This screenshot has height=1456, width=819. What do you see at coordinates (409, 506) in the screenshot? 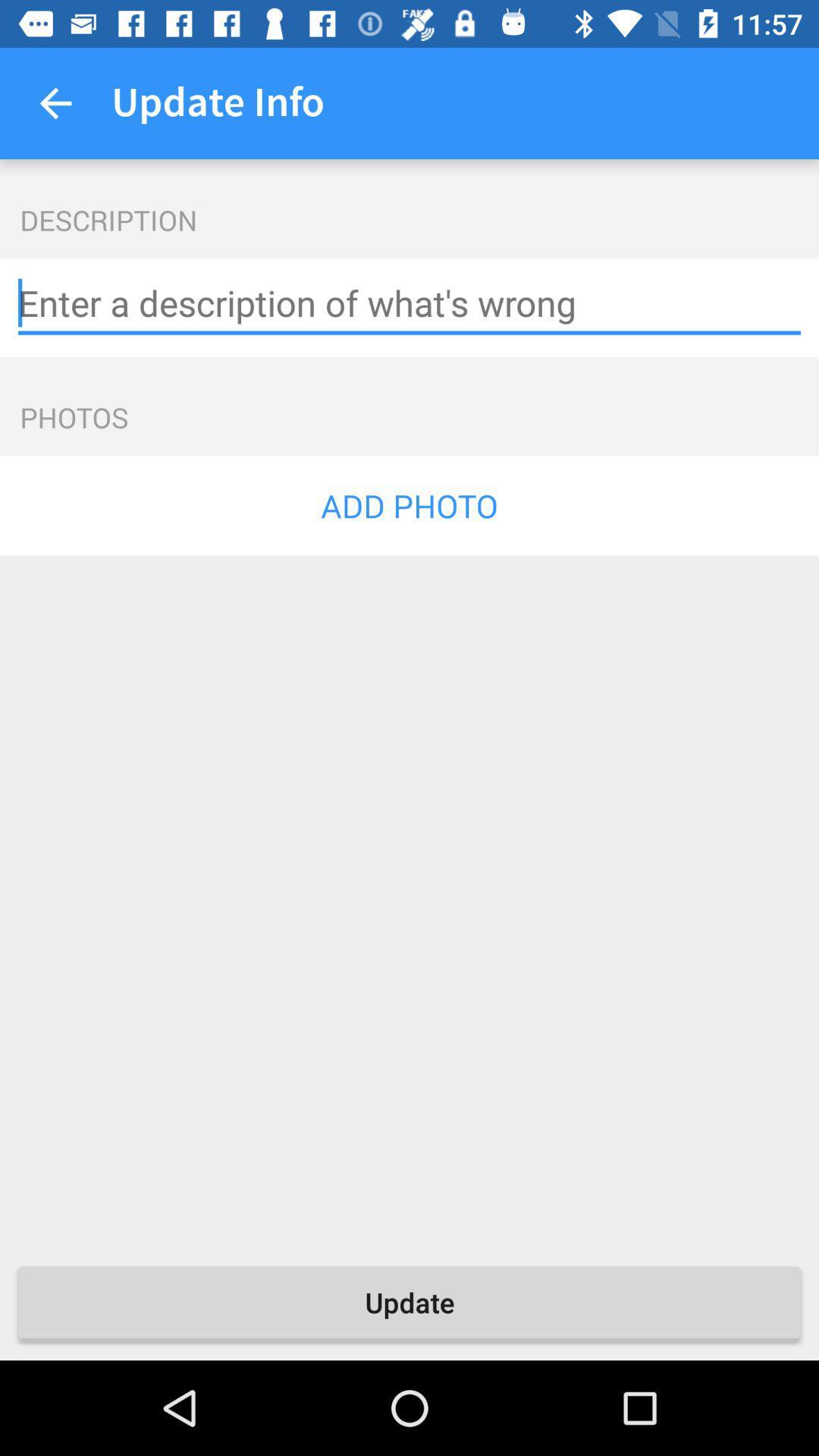
I see `the add photo icon` at bounding box center [409, 506].